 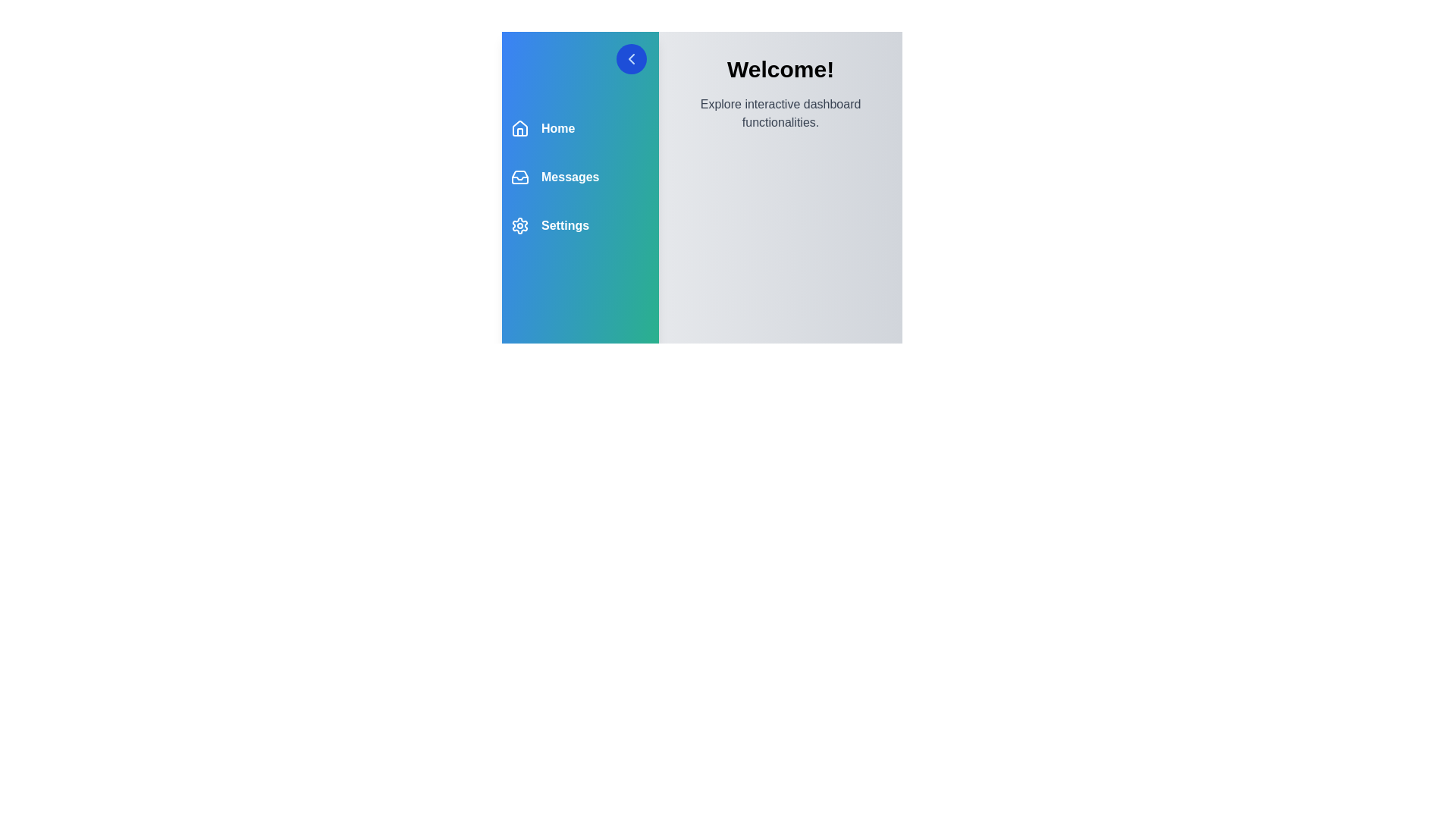 I want to click on the navigation button that redirects users to the 'Home' section, so click(x=543, y=127).